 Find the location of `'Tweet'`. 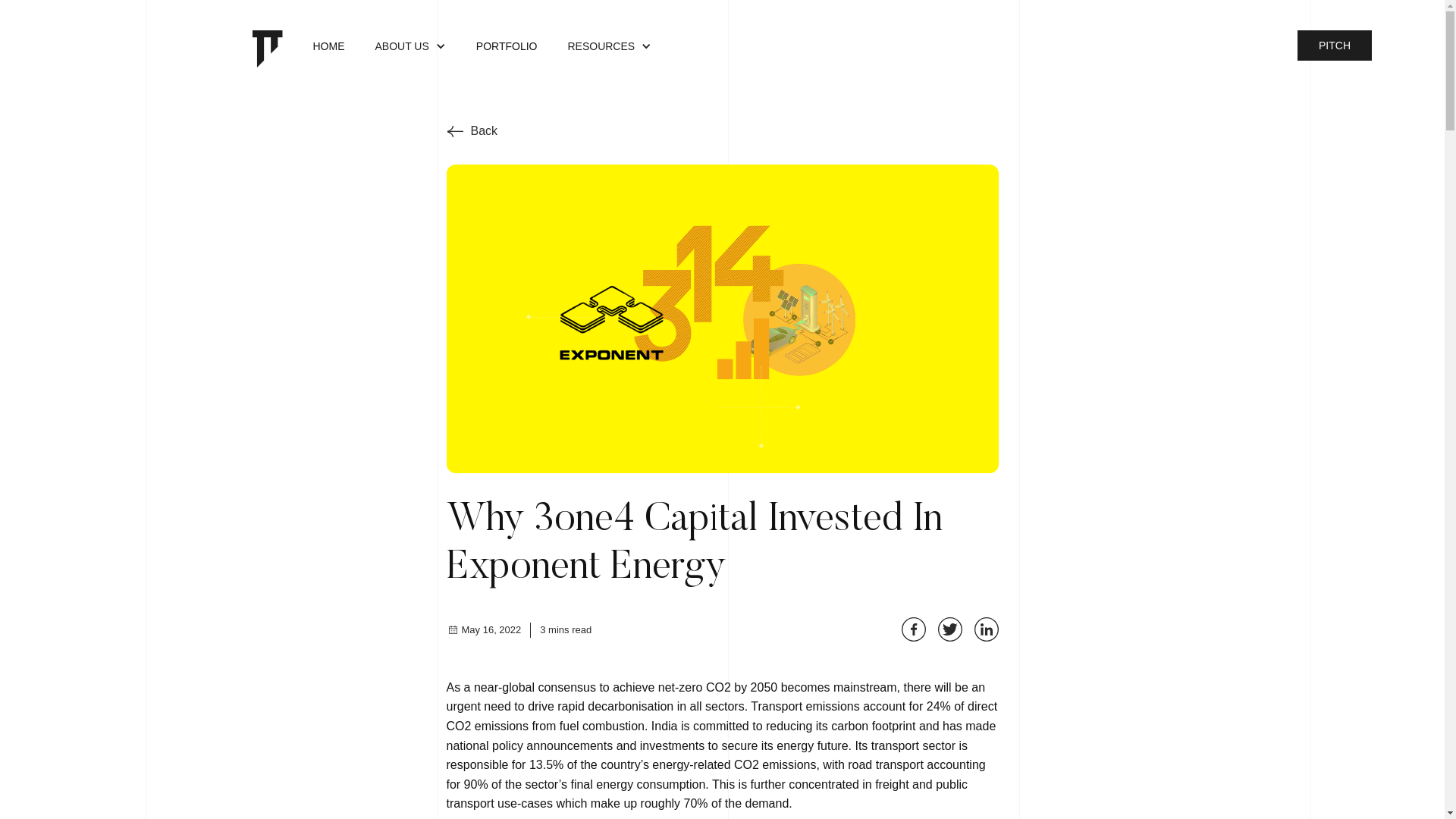

'Tweet' is located at coordinates (937, 629).